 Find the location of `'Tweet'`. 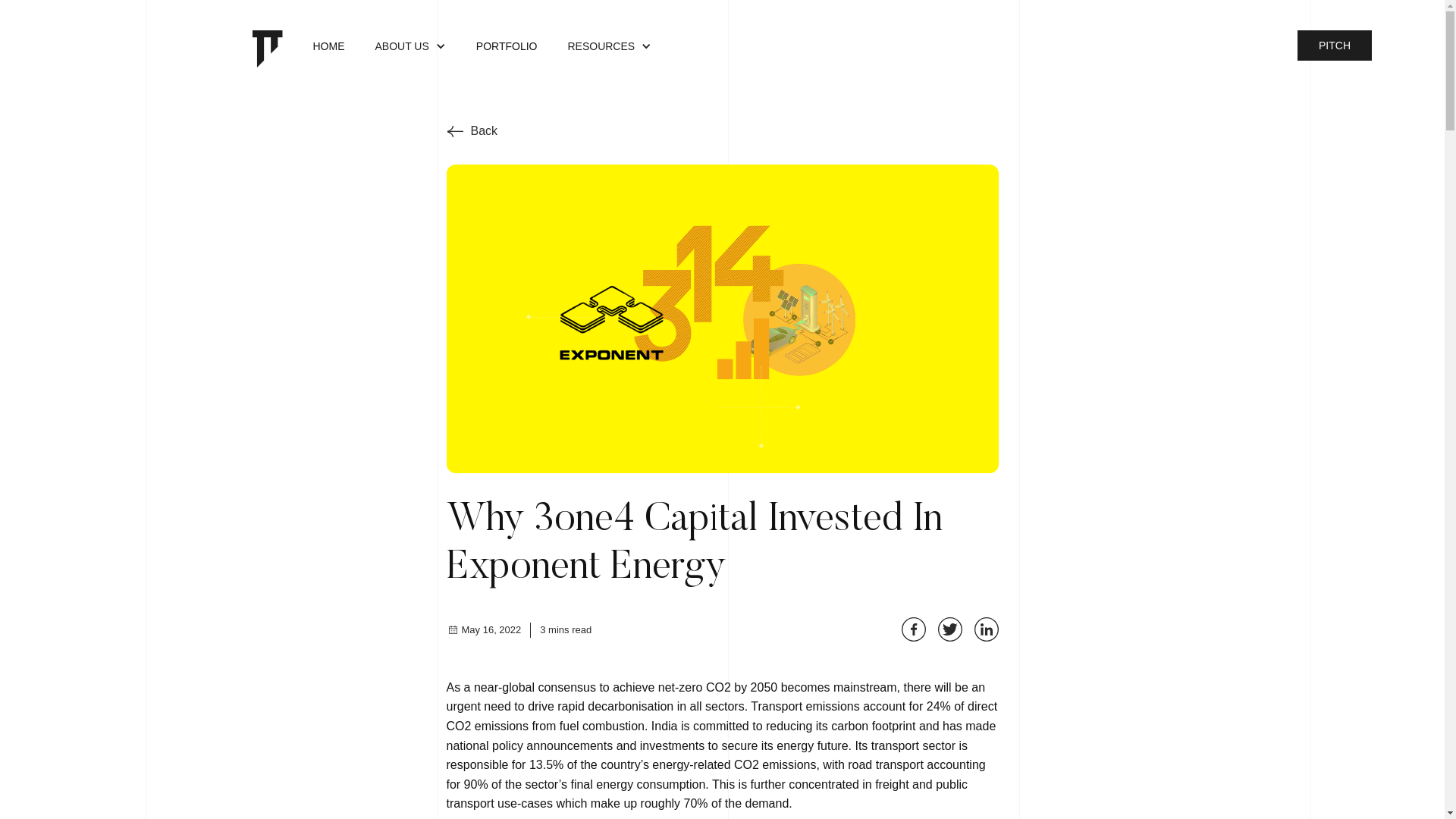

'Tweet' is located at coordinates (937, 629).